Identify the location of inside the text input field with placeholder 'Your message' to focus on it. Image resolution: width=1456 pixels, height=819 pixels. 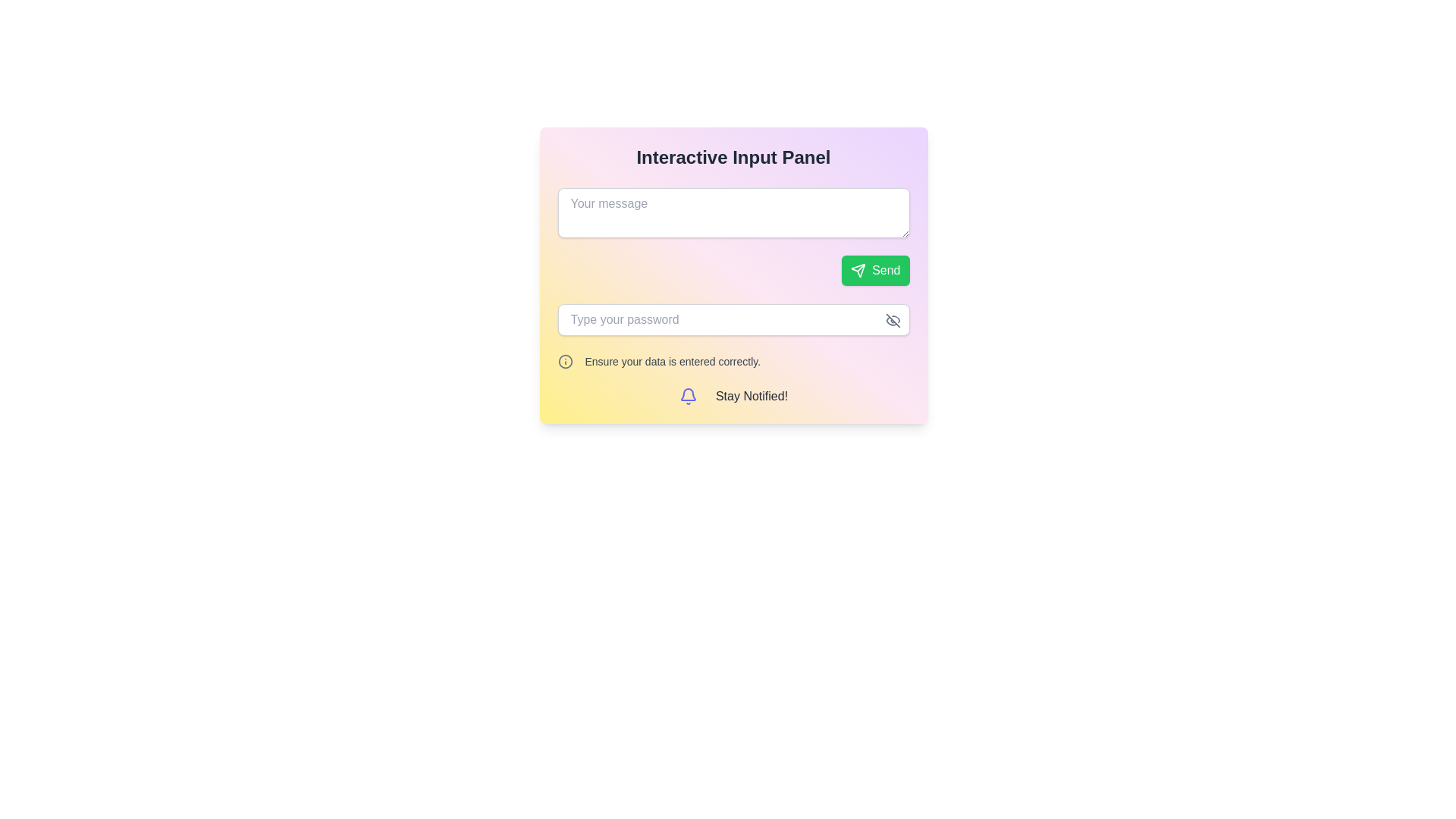
(733, 237).